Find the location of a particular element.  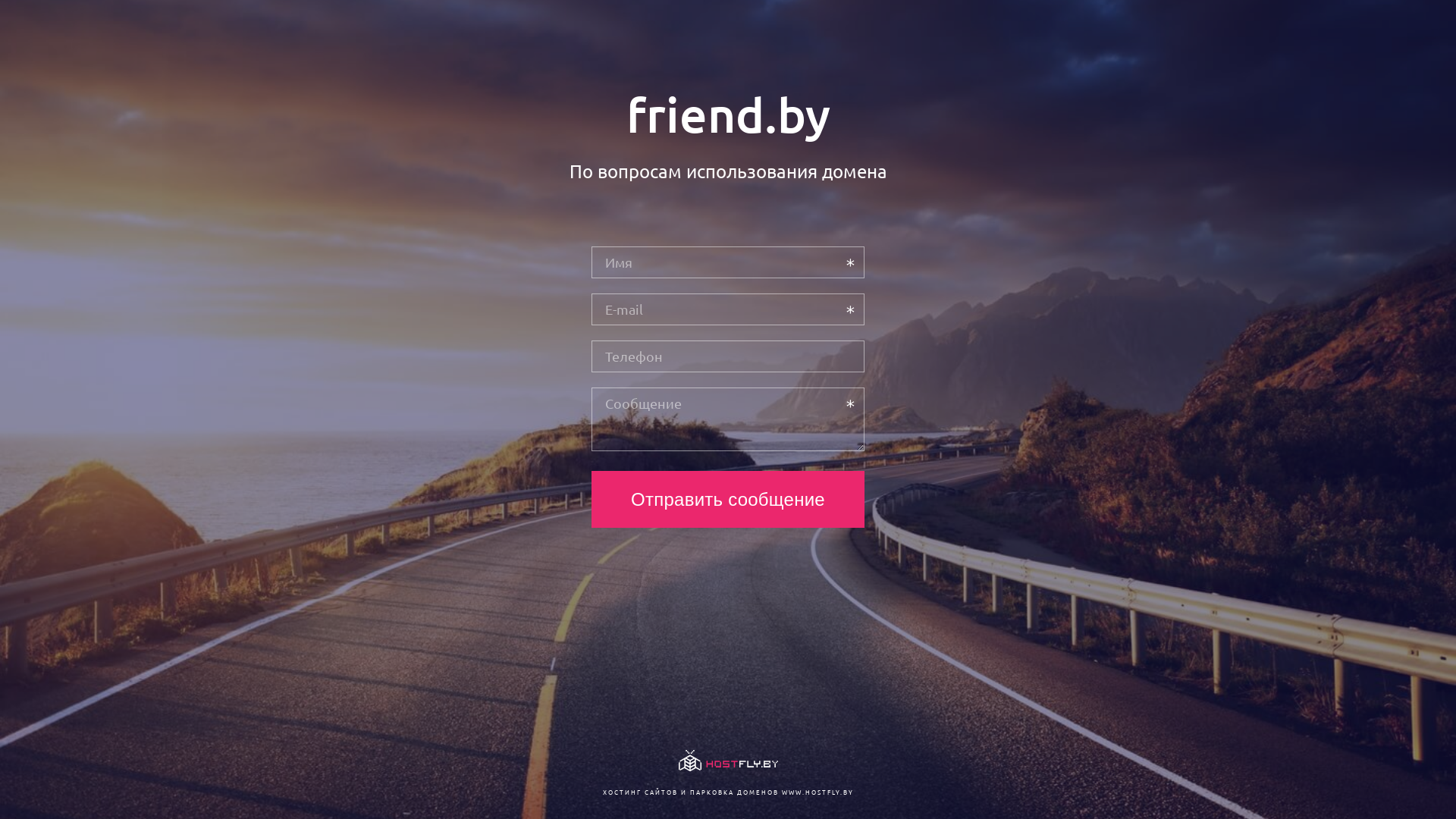

'WWW.HOSTFLY.BY' is located at coordinates (816, 791).